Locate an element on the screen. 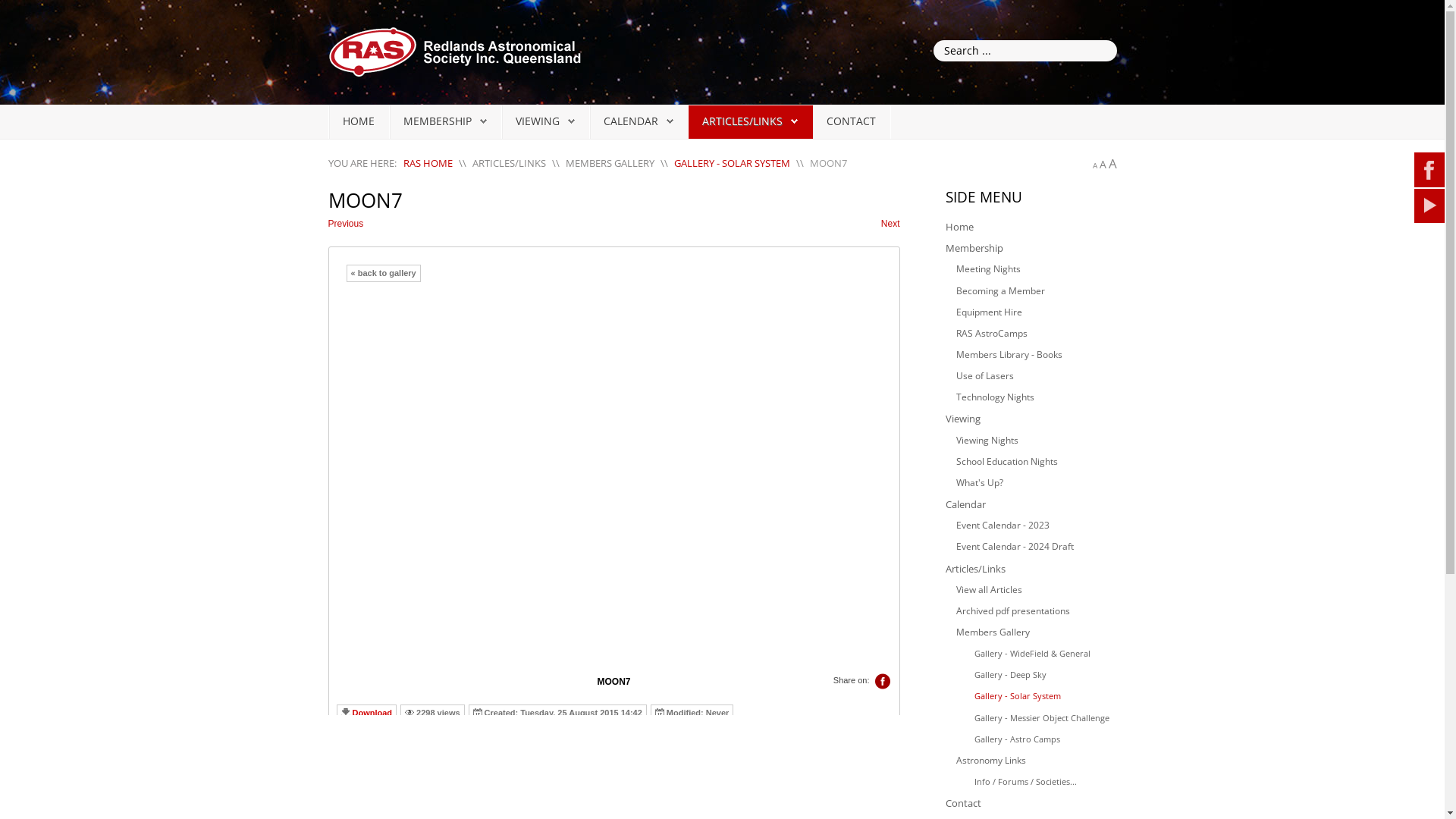 The height and width of the screenshot is (819, 1456). 'A' is located at coordinates (1112, 163).